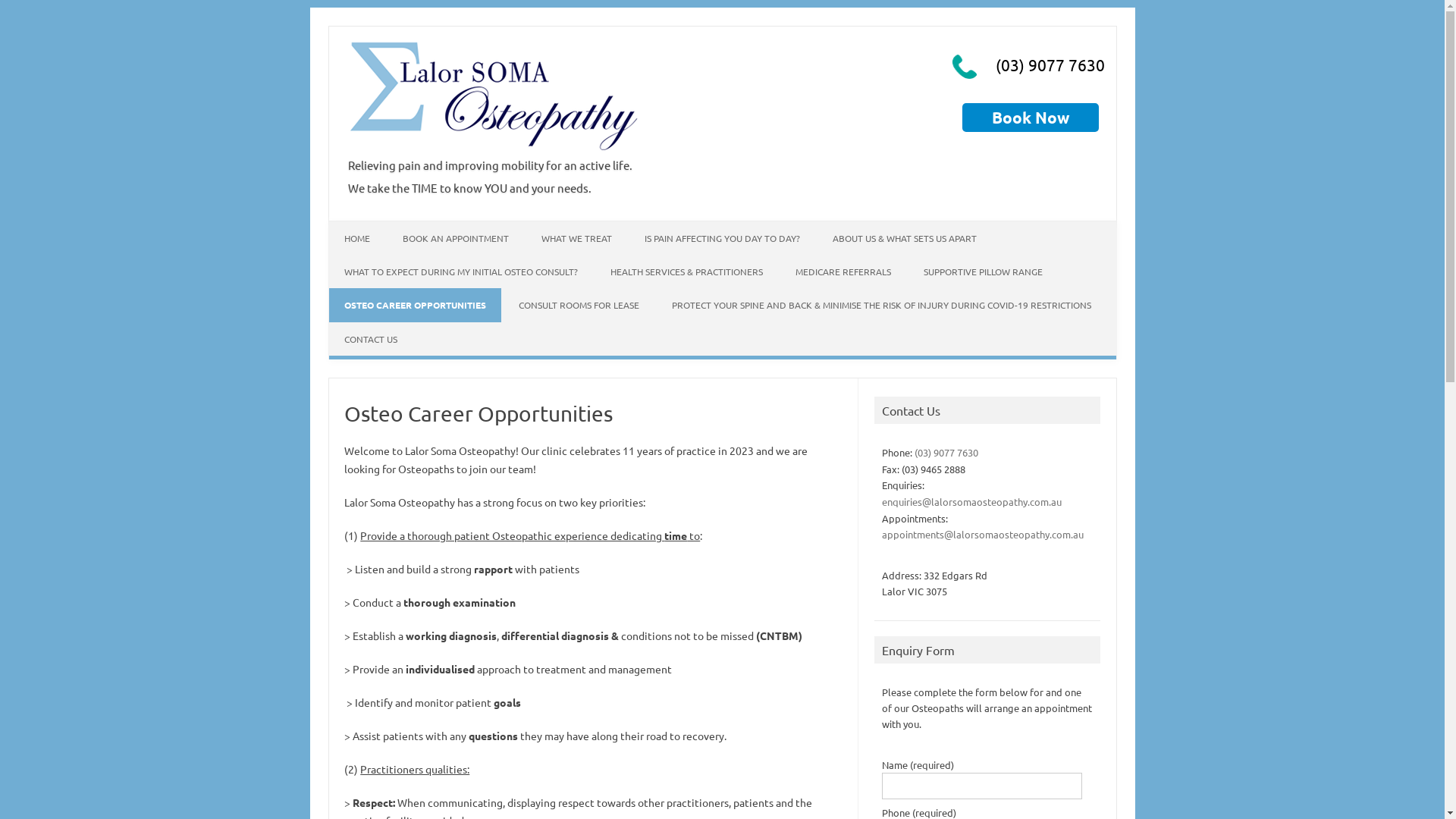 Image resolution: width=1456 pixels, height=819 pixels. Describe the element at coordinates (946, 451) in the screenshot. I see `'(03) 9077 7630'` at that location.